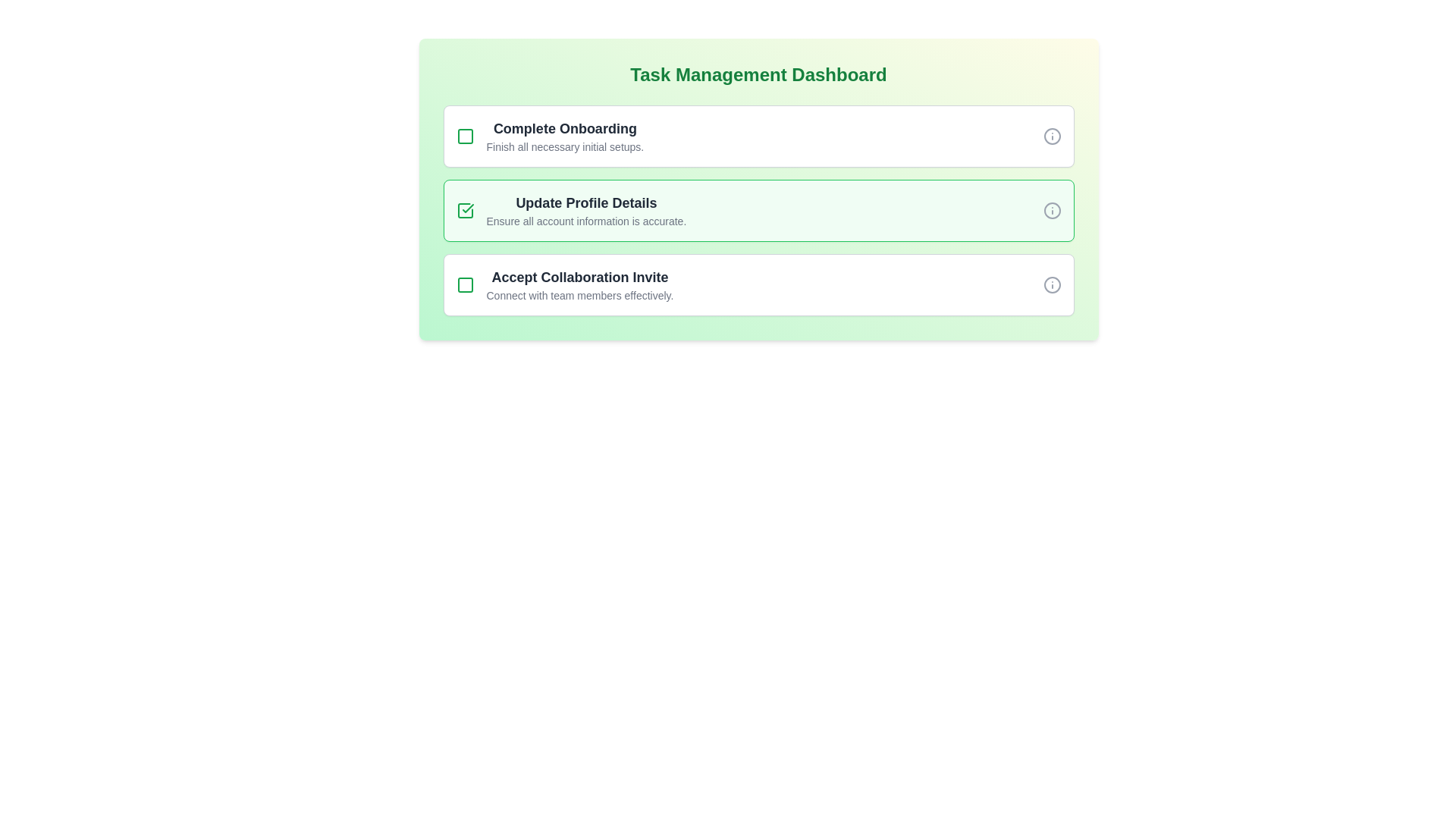 This screenshot has height=819, width=1456. What do you see at coordinates (758, 75) in the screenshot?
I see `the Header/Text Label that indicates the Task Management Dashboard, located at the top-center of the panel with a green gradient background` at bounding box center [758, 75].